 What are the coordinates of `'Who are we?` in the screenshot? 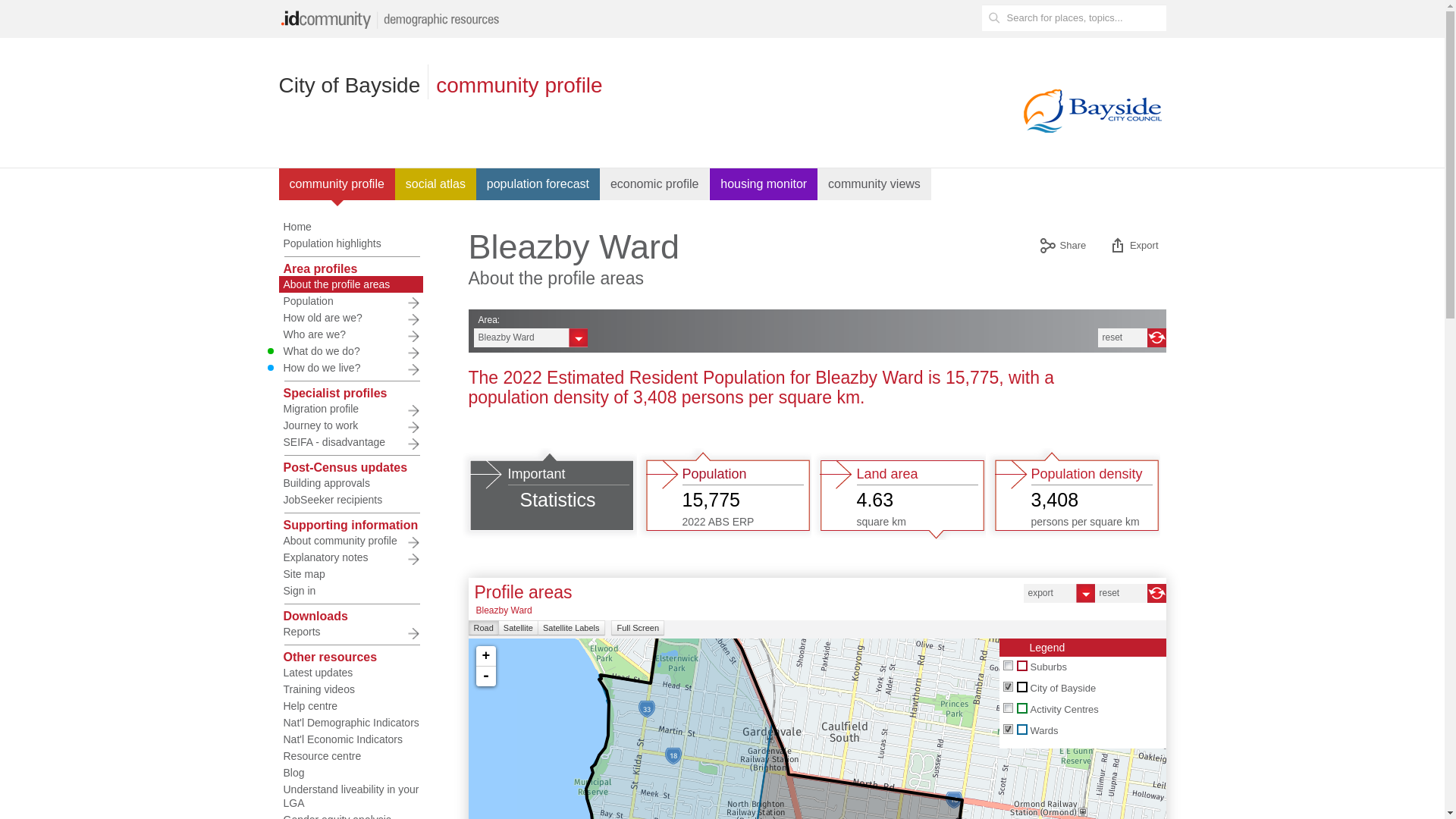 It's located at (350, 333).